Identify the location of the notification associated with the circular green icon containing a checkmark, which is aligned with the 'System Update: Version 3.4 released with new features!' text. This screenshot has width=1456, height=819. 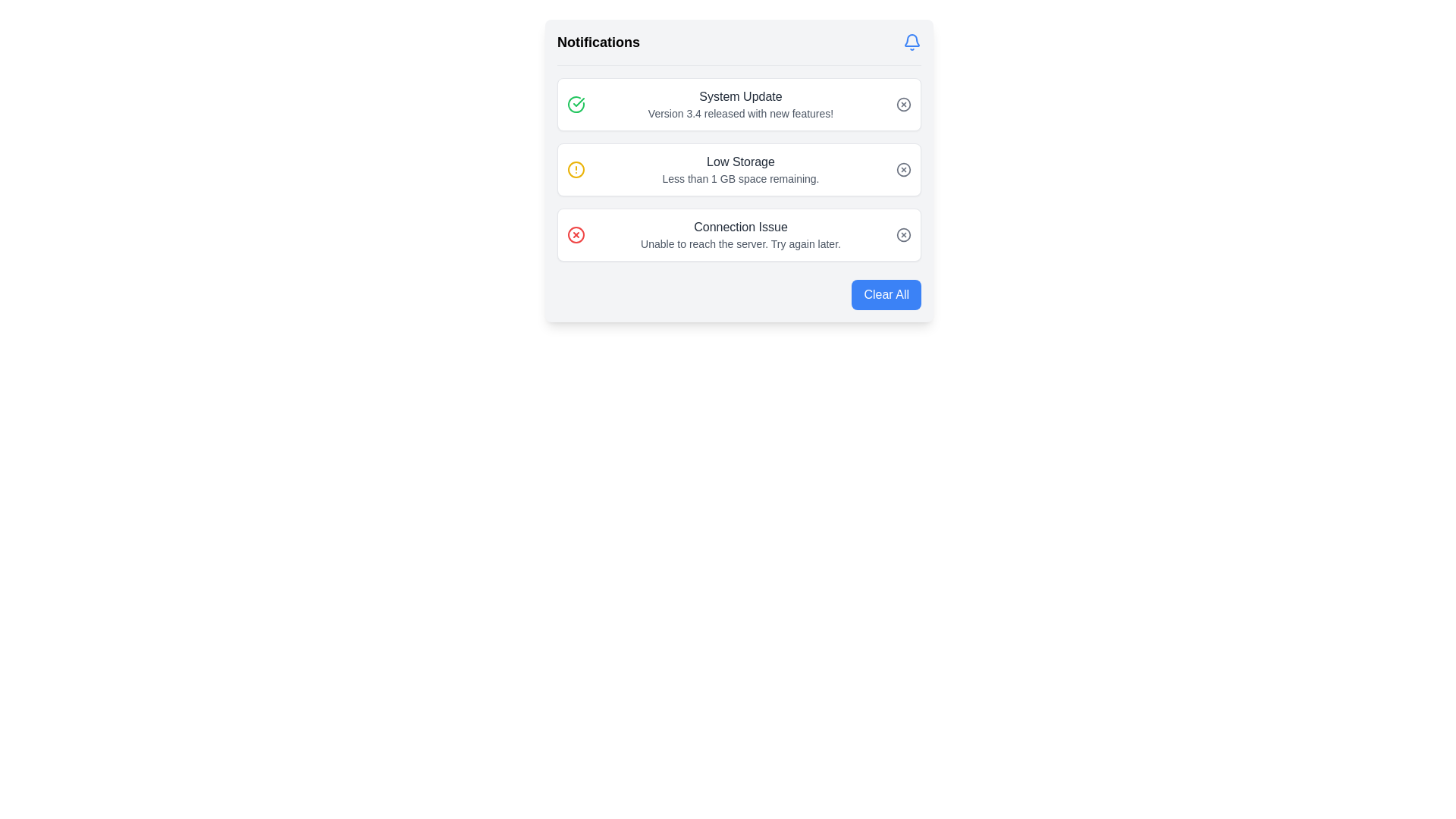
(575, 104).